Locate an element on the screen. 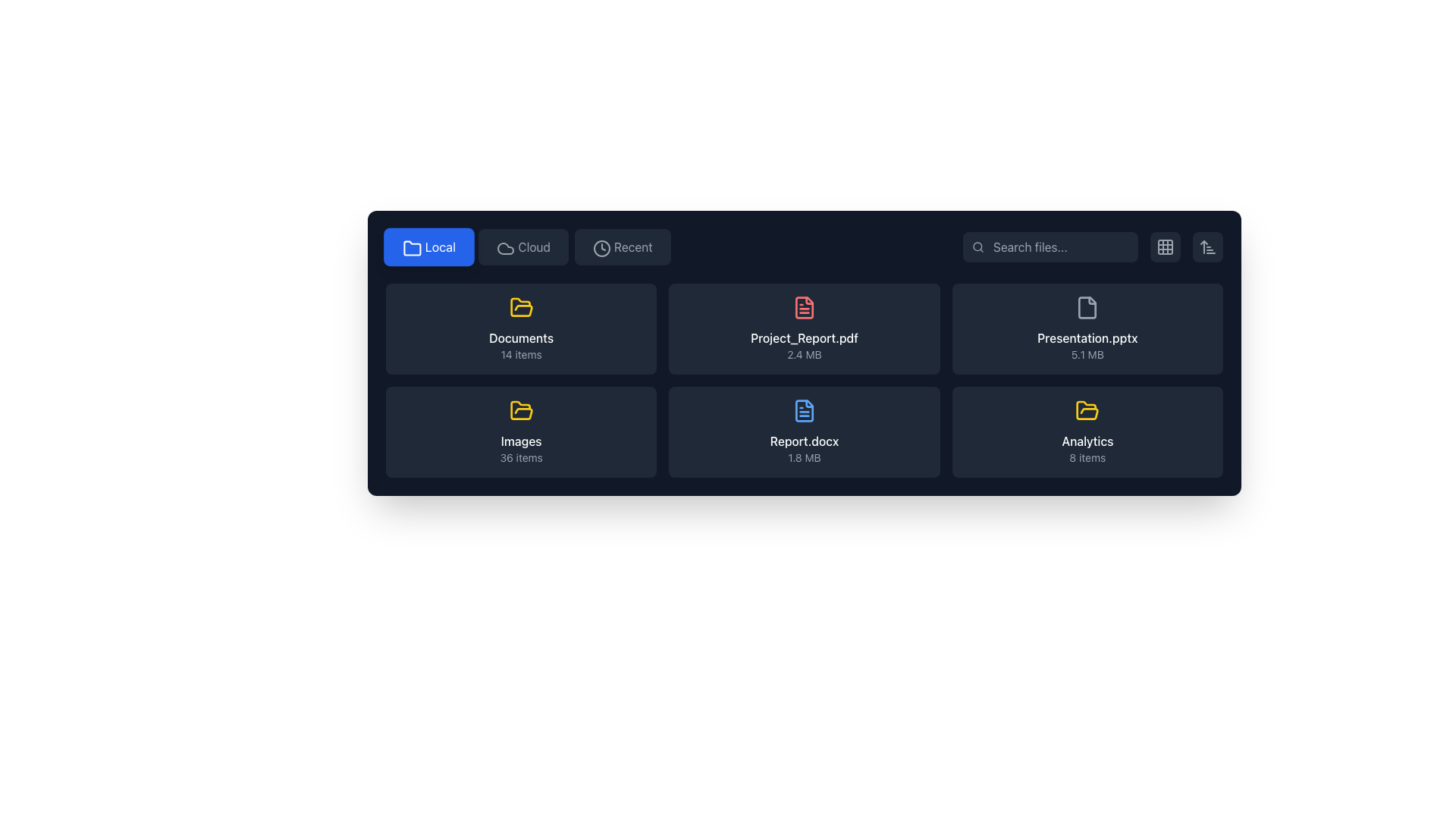 The height and width of the screenshot is (819, 1456). the 'Images' folder, represented by a yellow folder icon with the text 'Images' and subtext '36 items', located in the second row, first column of the grid layout beneath the 'Documents' panel is located at coordinates (521, 432).